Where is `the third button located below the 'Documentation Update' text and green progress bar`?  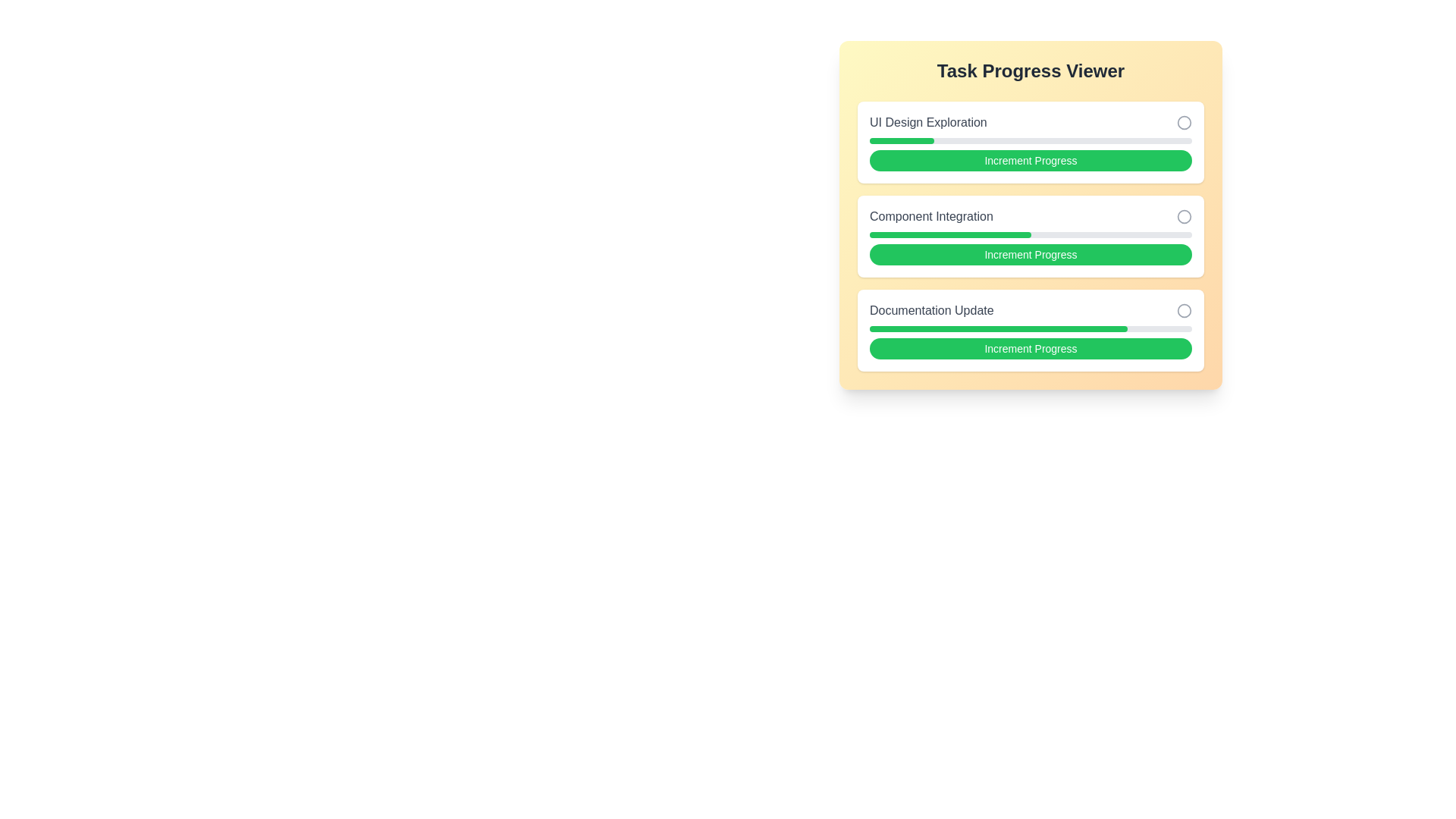
the third button located below the 'Documentation Update' text and green progress bar is located at coordinates (1031, 348).